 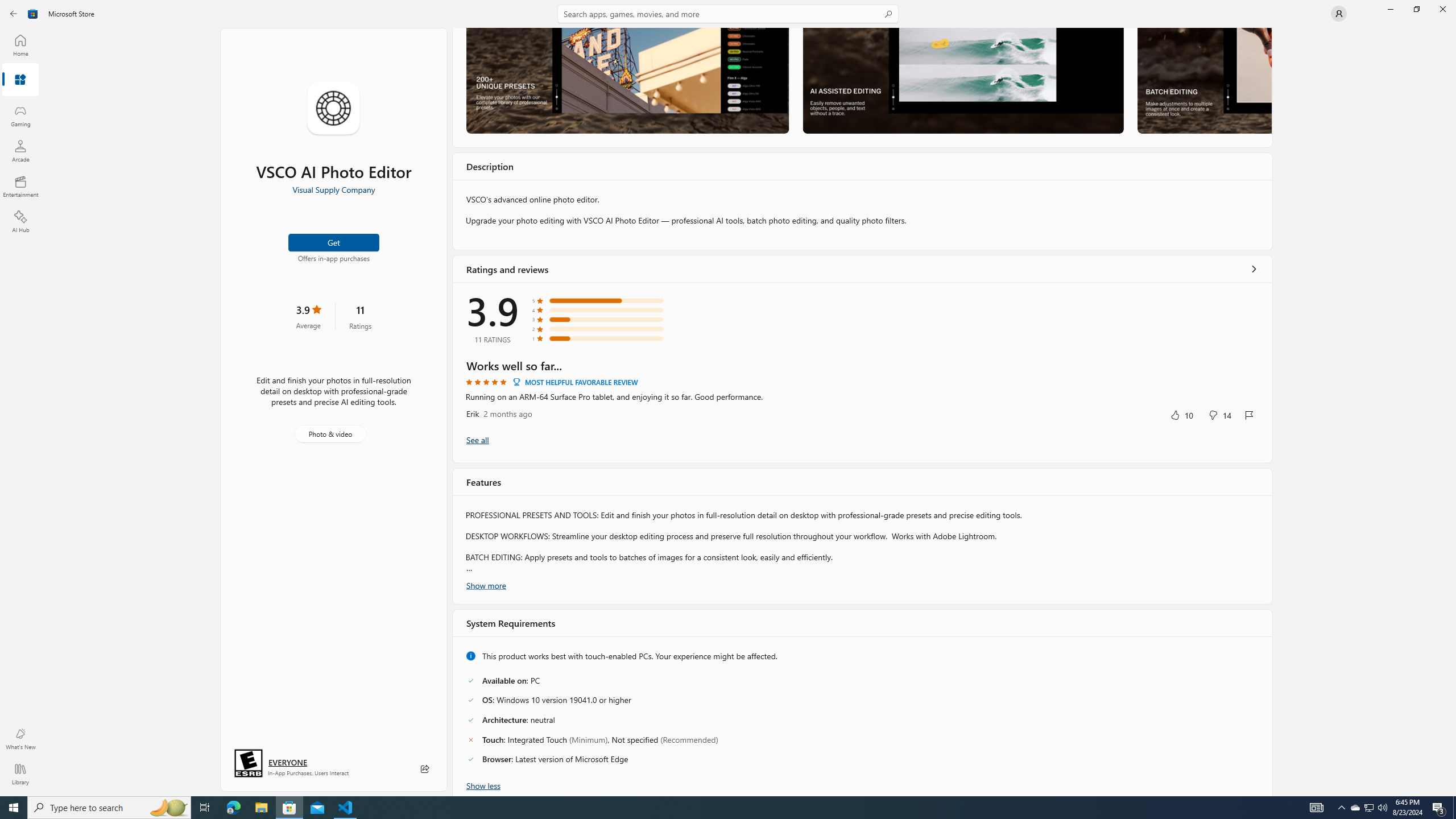 What do you see at coordinates (287, 762) in the screenshot?
I see `'Age rating: EVERYONE. Click for more information.'` at bounding box center [287, 762].